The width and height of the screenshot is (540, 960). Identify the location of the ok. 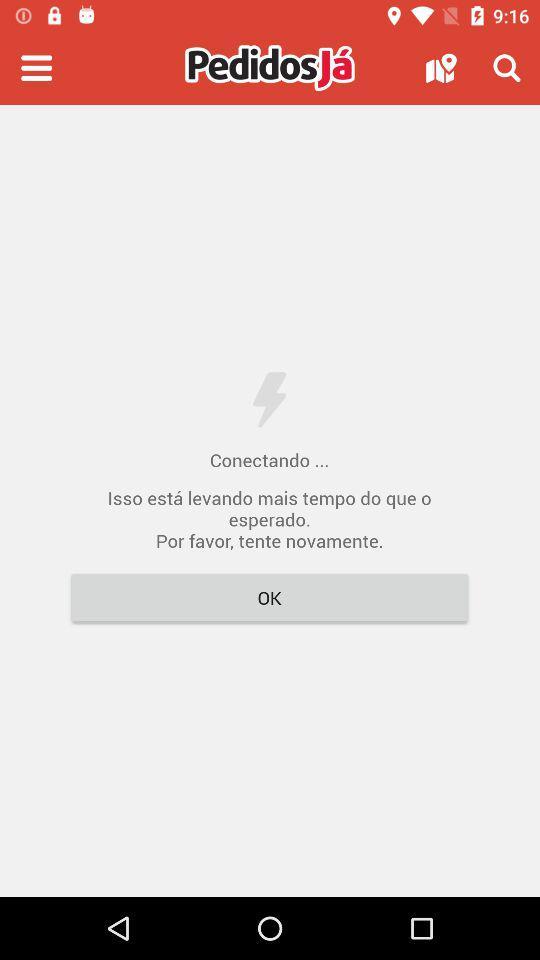
(269, 597).